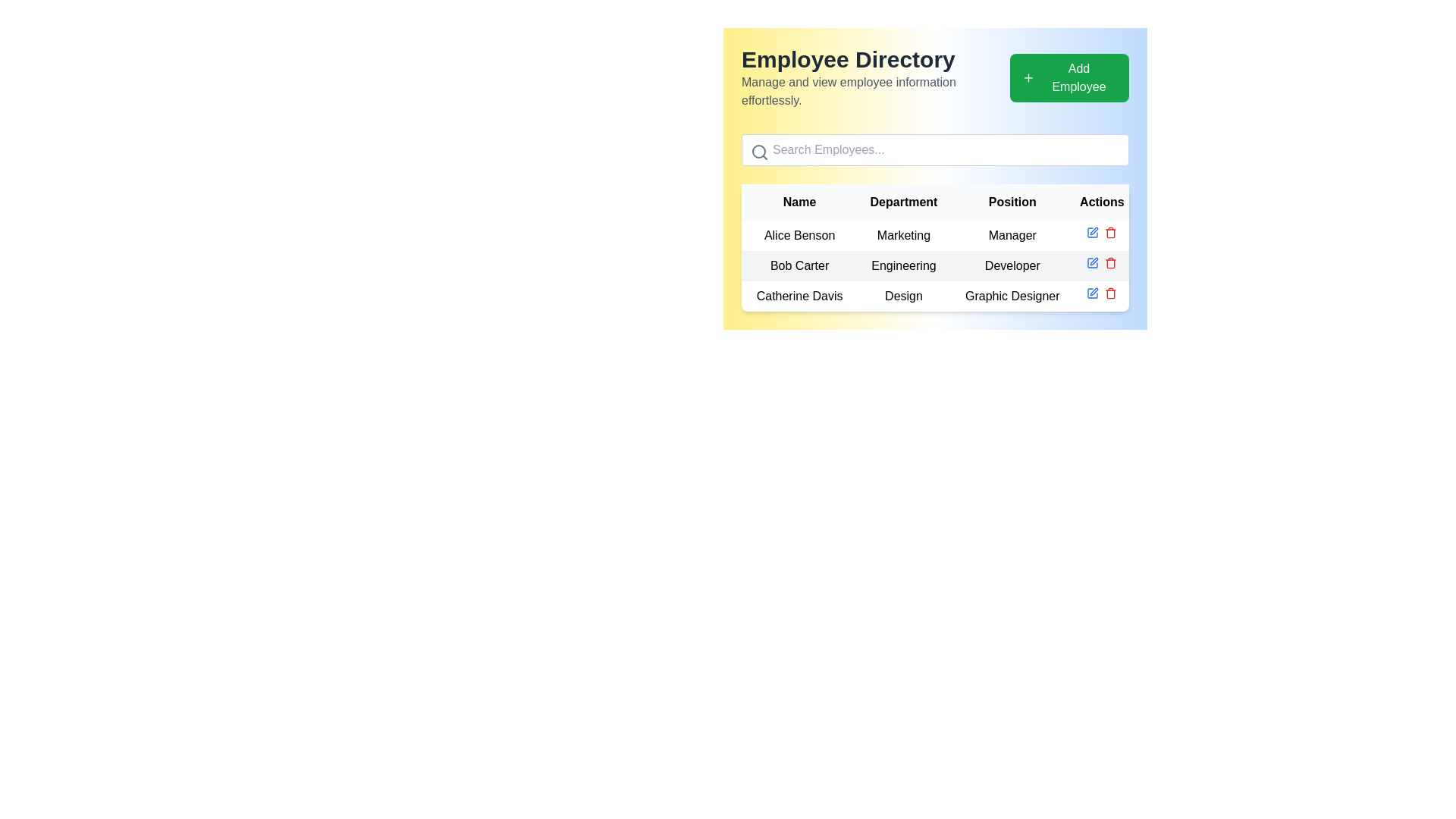 The width and height of the screenshot is (1456, 819). What do you see at coordinates (903, 265) in the screenshot?
I see `the text label indicating the department of the employee 'Bob Carter' in the employee directory table, which is located in the second row and horizontally centered in the 'Department' column` at bounding box center [903, 265].